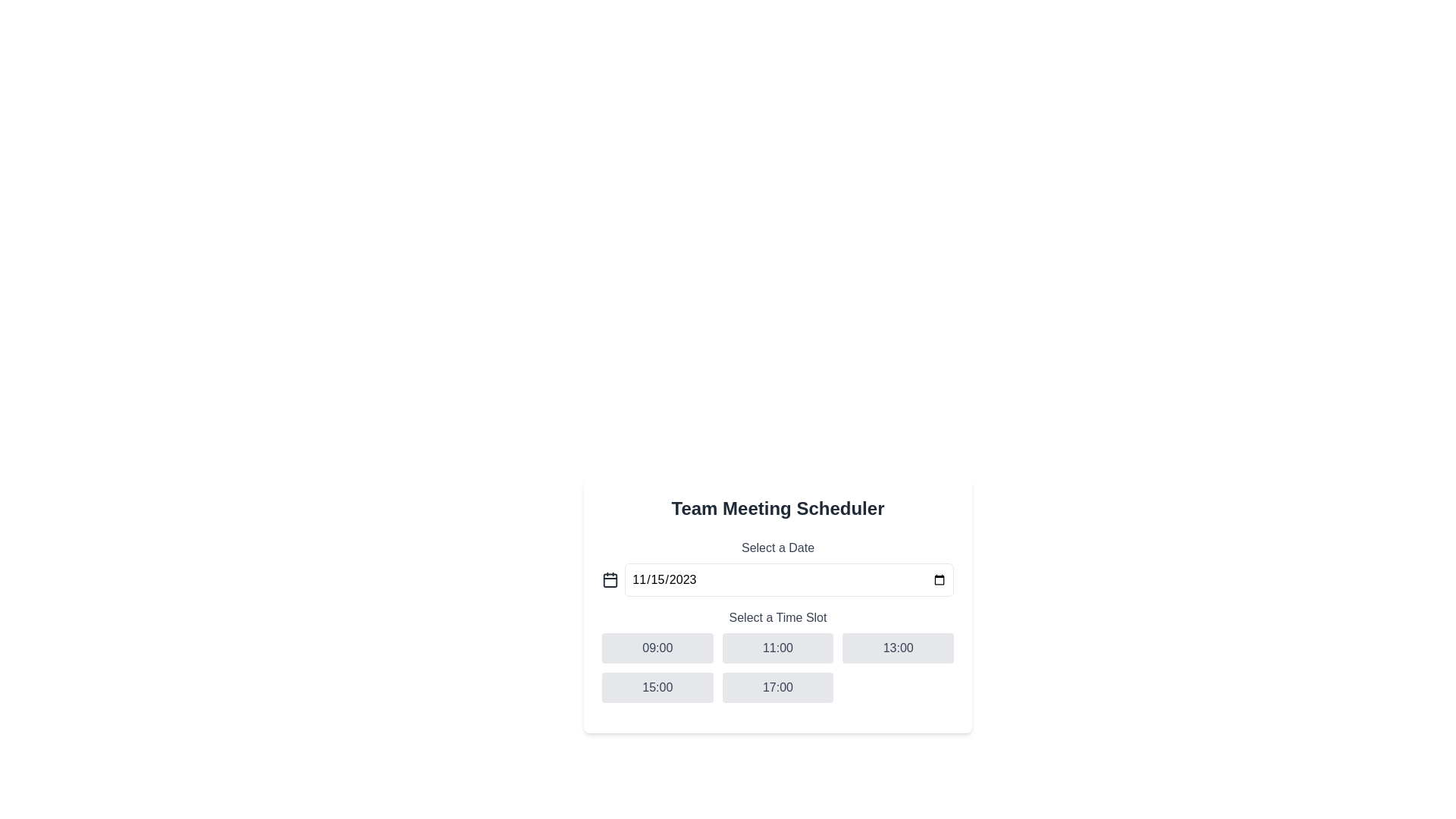 This screenshot has width=1456, height=819. What do you see at coordinates (657, 687) in the screenshot?
I see `the rectangular button labeled '15:00' in the 'Select a Time Slot' section` at bounding box center [657, 687].